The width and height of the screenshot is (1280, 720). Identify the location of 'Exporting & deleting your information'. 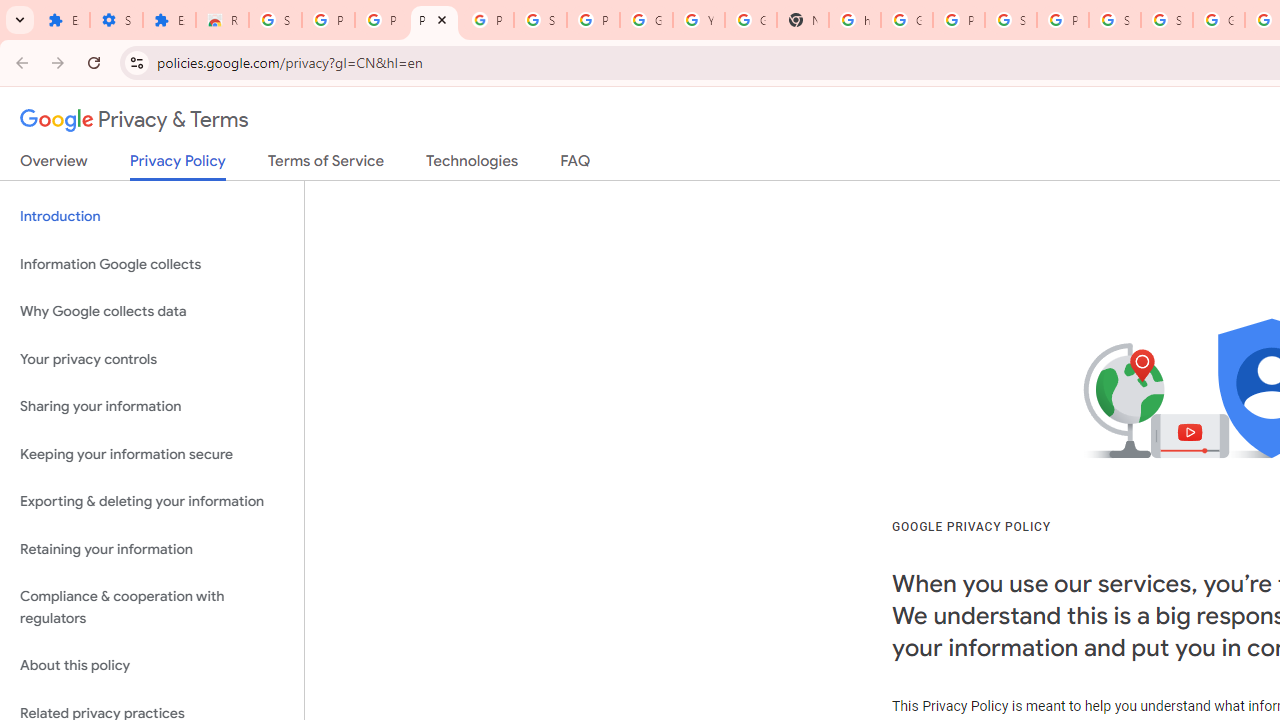
(151, 501).